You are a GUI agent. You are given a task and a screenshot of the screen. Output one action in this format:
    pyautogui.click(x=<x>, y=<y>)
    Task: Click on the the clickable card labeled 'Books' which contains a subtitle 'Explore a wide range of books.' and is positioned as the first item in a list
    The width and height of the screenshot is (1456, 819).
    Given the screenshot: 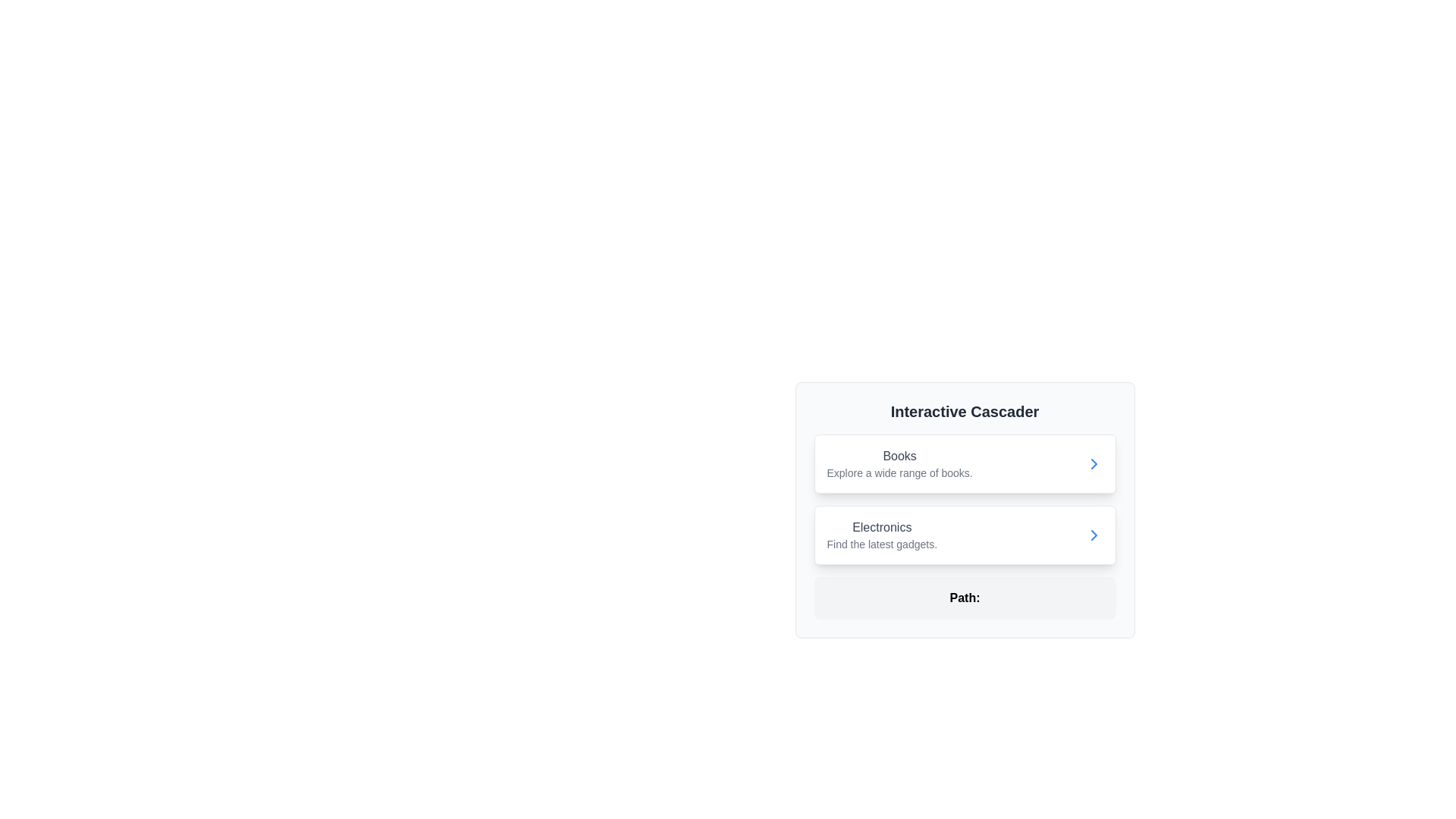 What is the action you would take?
    pyautogui.click(x=964, y=463)
    